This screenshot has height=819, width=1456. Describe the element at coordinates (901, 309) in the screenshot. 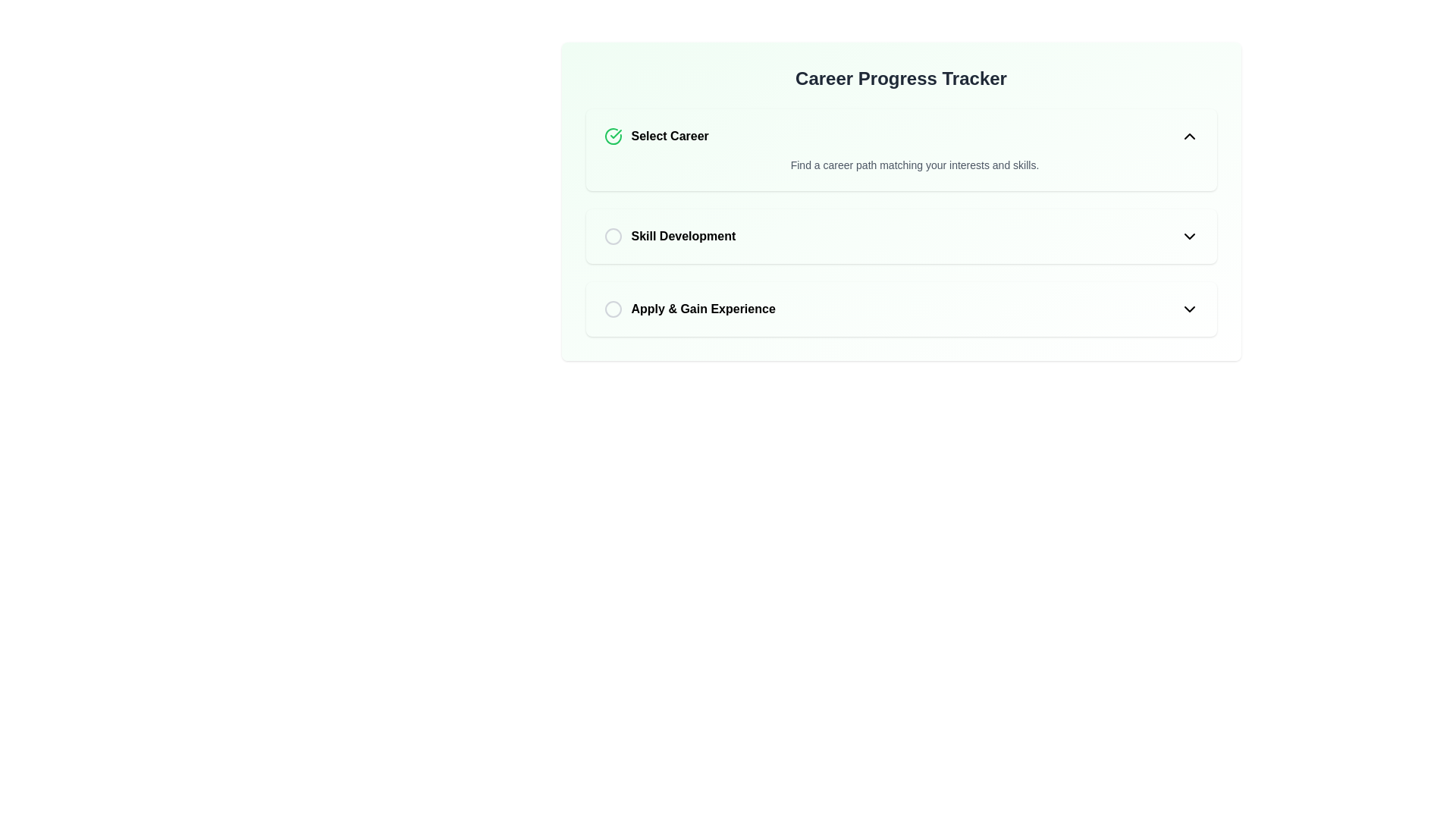

I see `the 'Apply & Gain Experience' interactive step component in the career progression interface for navigation purposes` at that location.